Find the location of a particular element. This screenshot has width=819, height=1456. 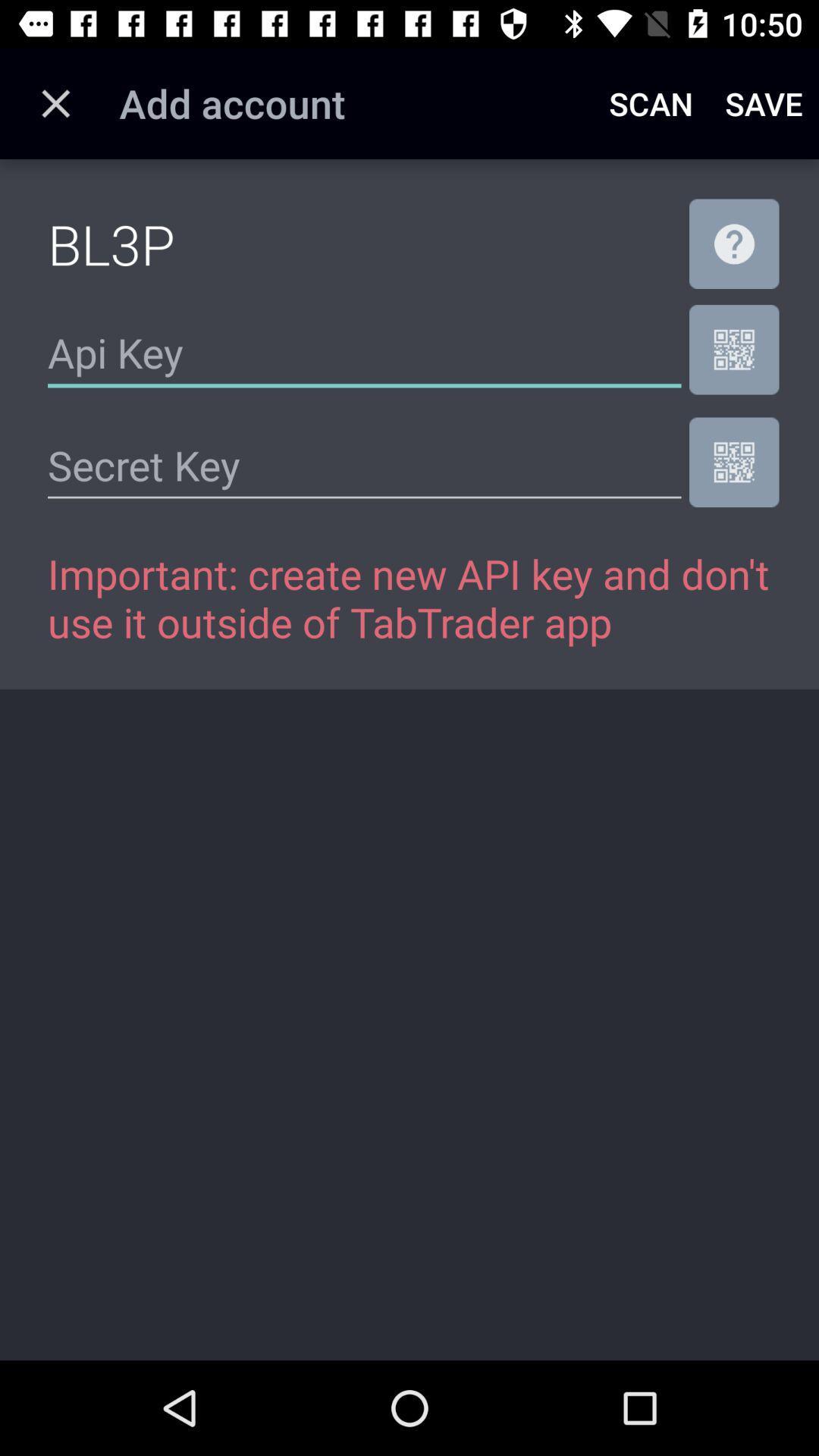

save is located at coordinates (764, 102).